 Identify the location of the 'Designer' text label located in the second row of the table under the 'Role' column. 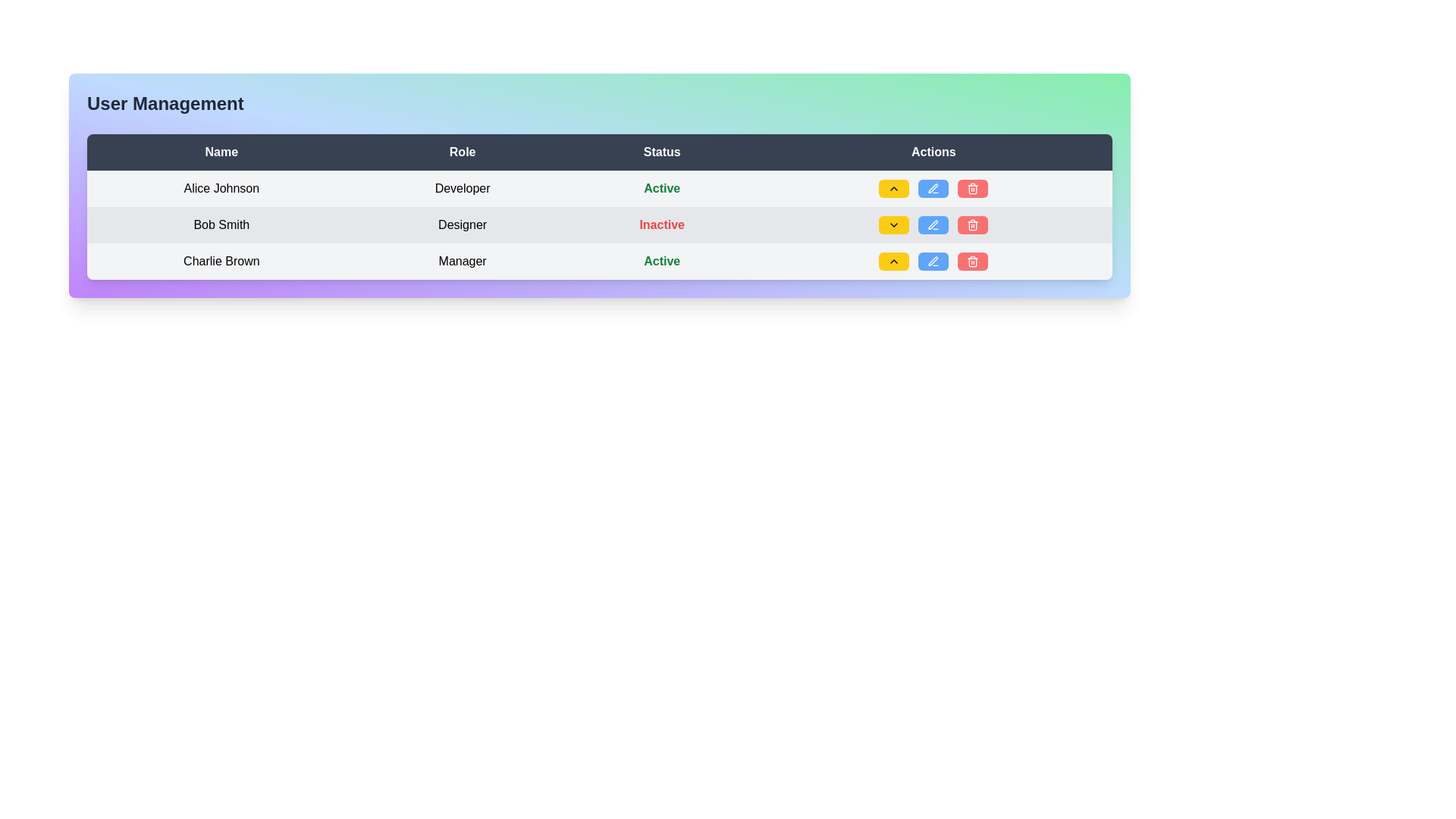
(462, 225).